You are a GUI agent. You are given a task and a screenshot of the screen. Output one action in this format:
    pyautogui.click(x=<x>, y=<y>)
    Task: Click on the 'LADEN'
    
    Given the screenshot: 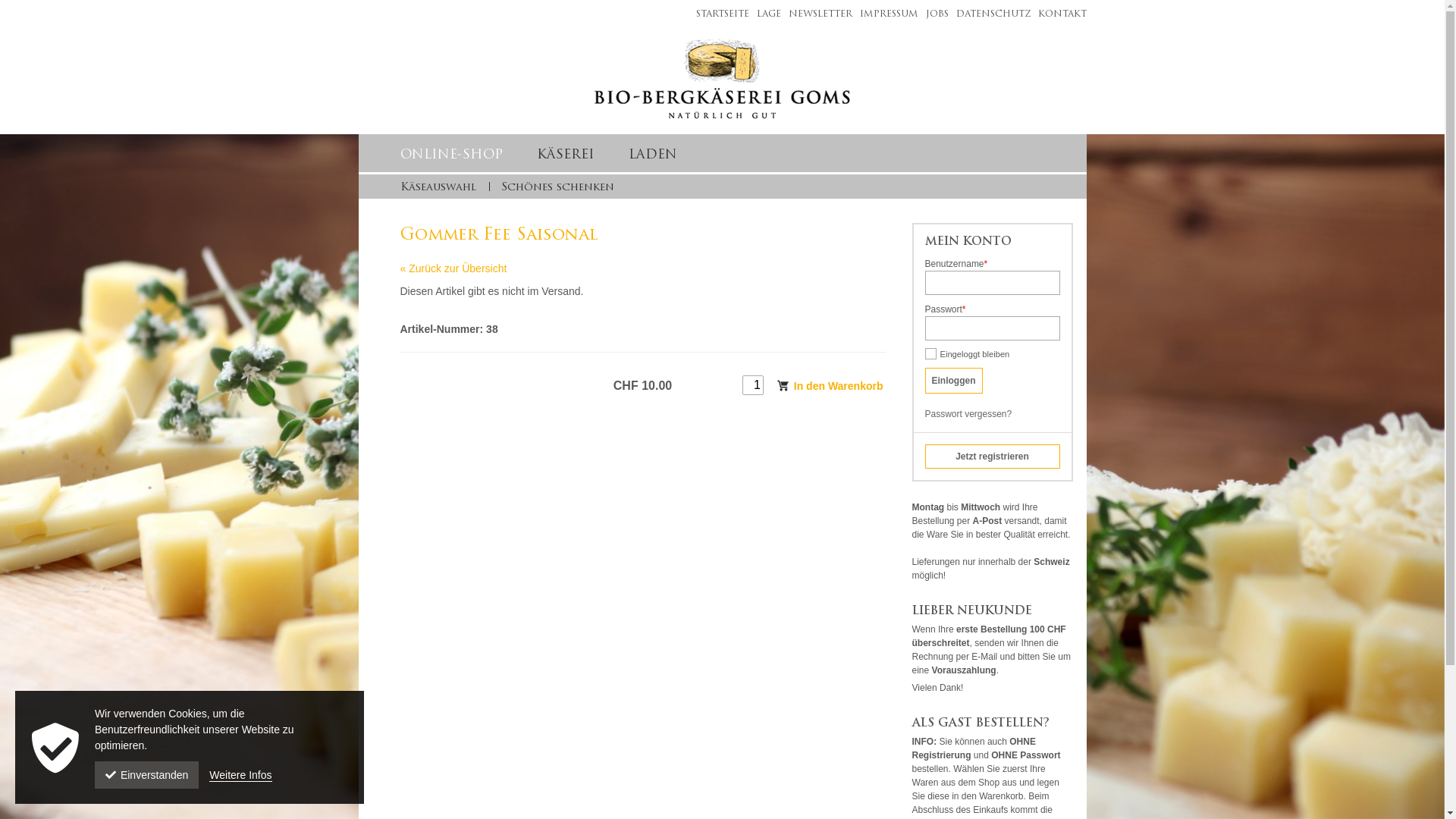 What is the action you would take?
    pyautogui.click(x=628, y=155)
    